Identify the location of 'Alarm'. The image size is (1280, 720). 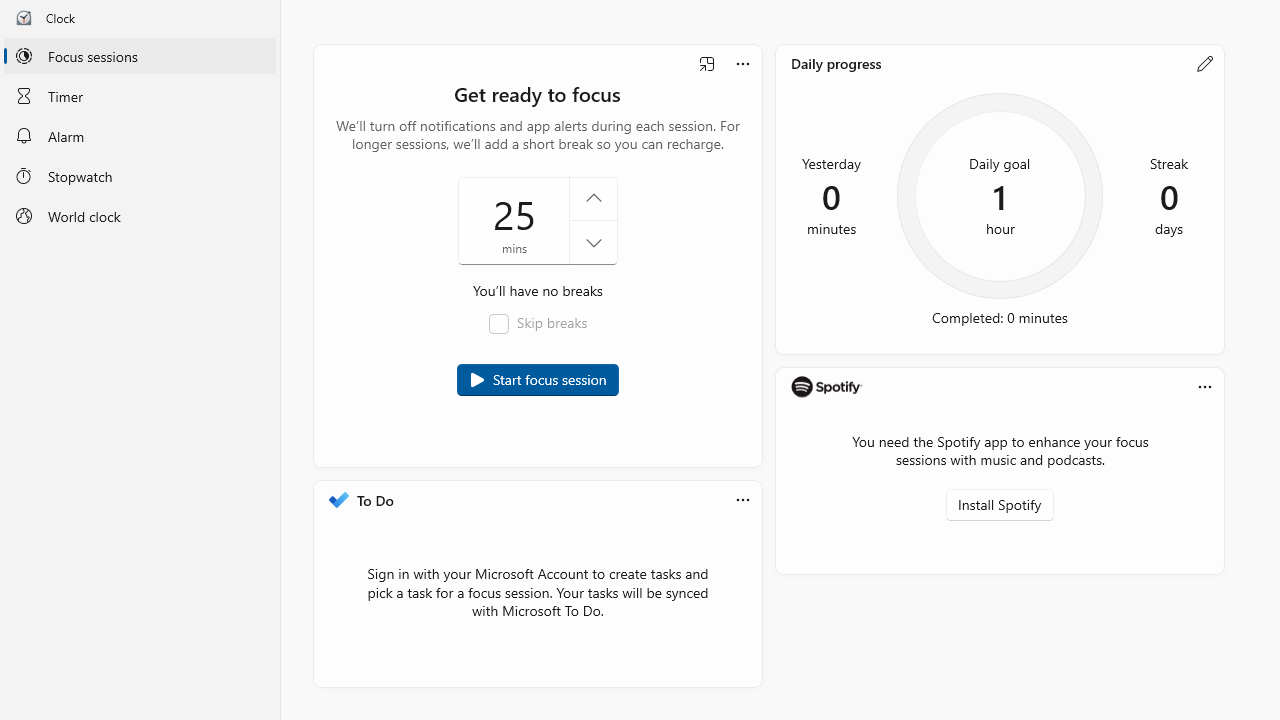
(139, 135).